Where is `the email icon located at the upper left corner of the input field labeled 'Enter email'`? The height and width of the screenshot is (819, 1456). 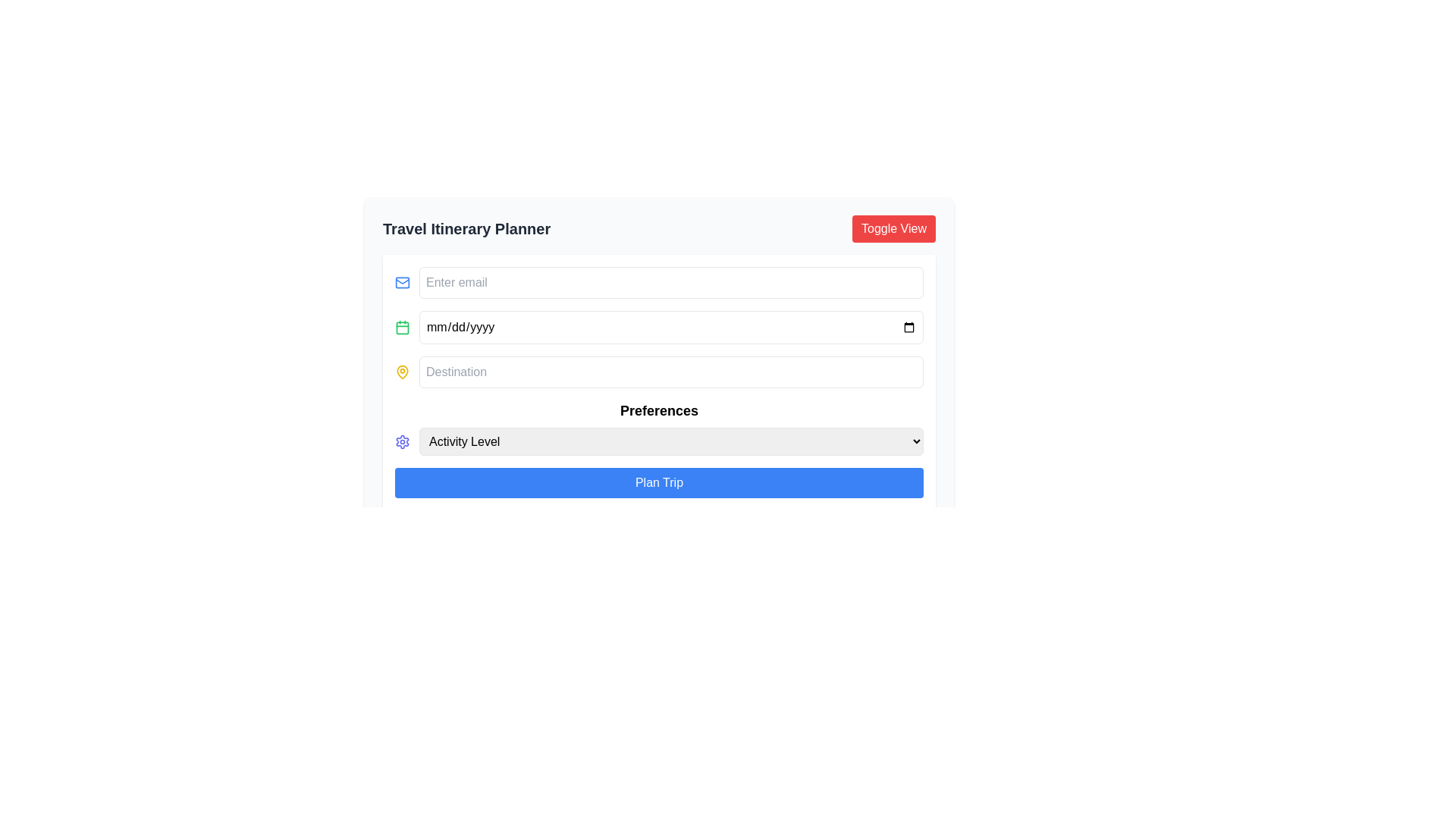 the email icon located at the upper left corner of the input field labeled 'Enter email' is located at coordinates (403, 283).